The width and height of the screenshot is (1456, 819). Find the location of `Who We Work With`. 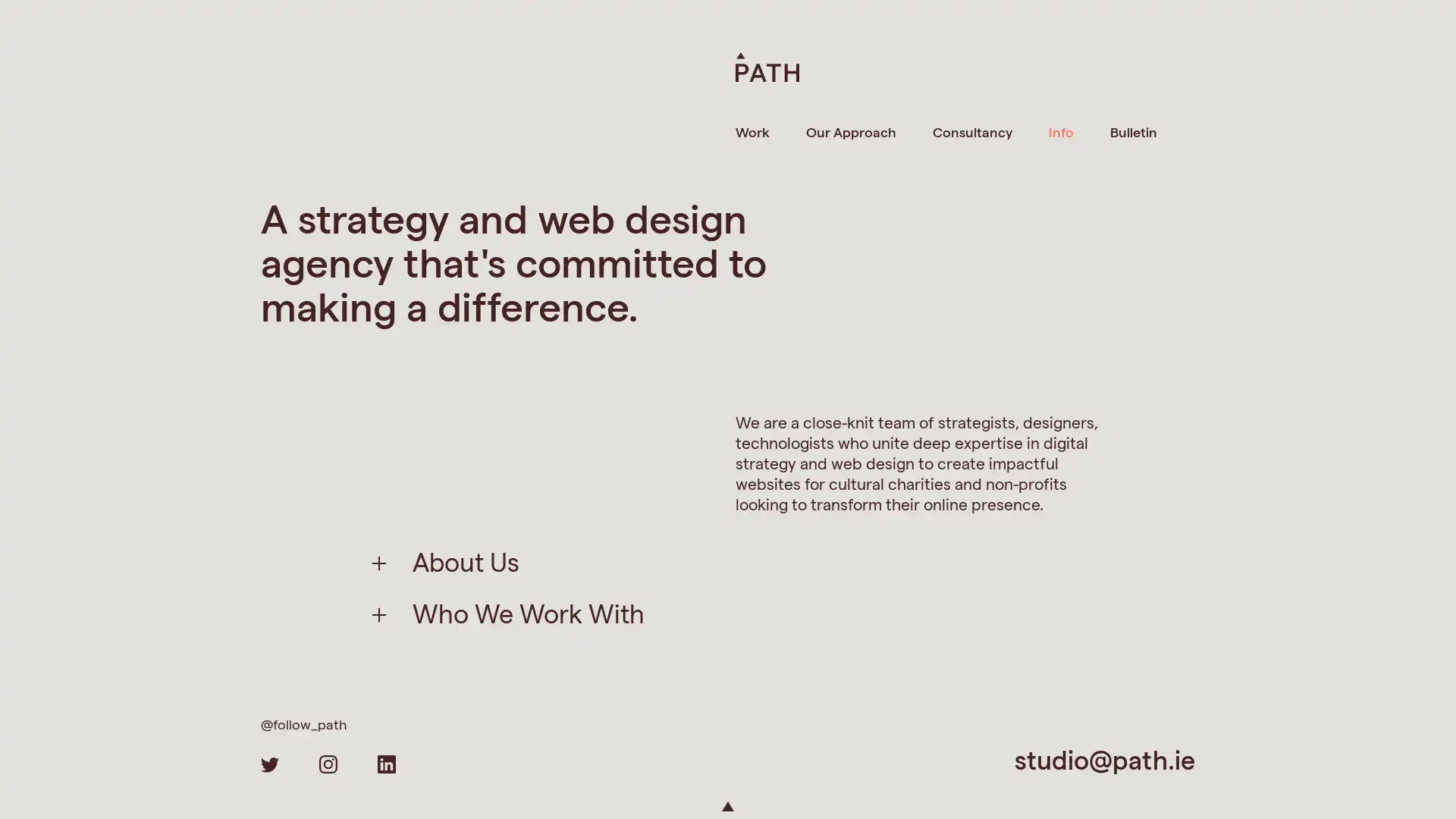

Who We Work With is located at coordinates (528, 611).